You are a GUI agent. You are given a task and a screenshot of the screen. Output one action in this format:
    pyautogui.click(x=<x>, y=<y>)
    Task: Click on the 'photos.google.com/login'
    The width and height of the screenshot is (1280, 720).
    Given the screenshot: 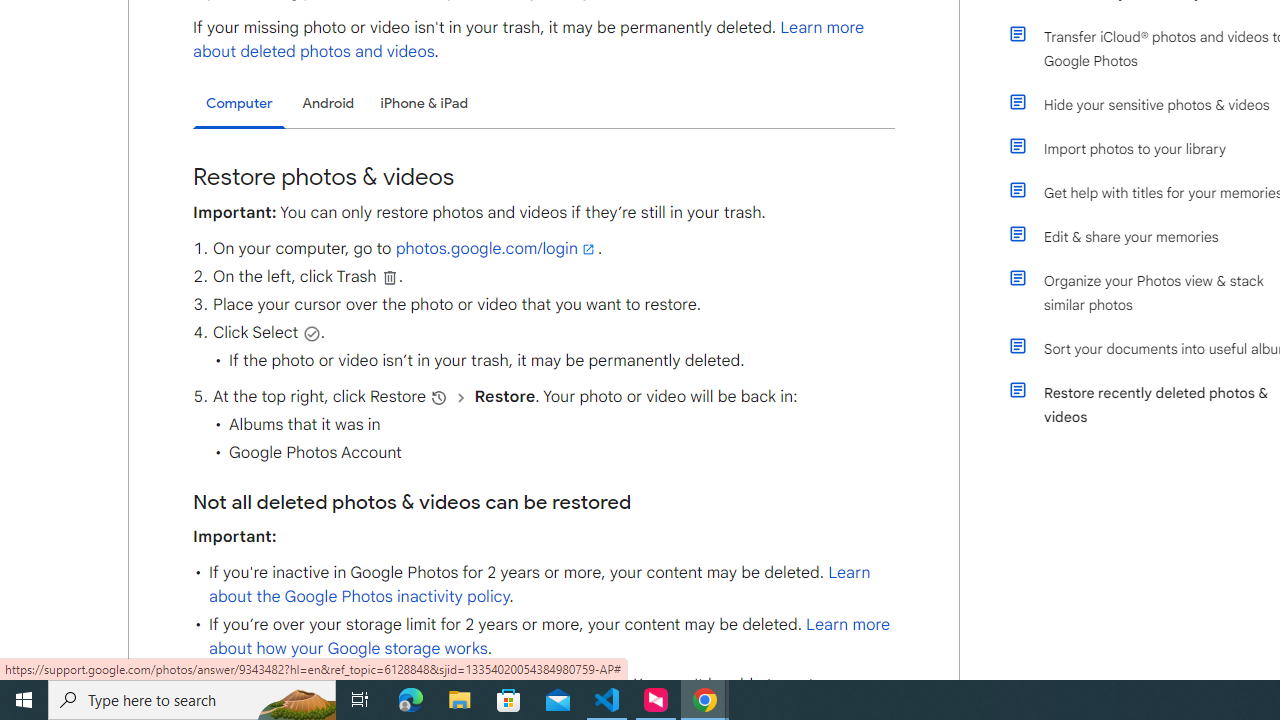 What is the action you would take?
    pyautogui.click(x=496, y=248)
    